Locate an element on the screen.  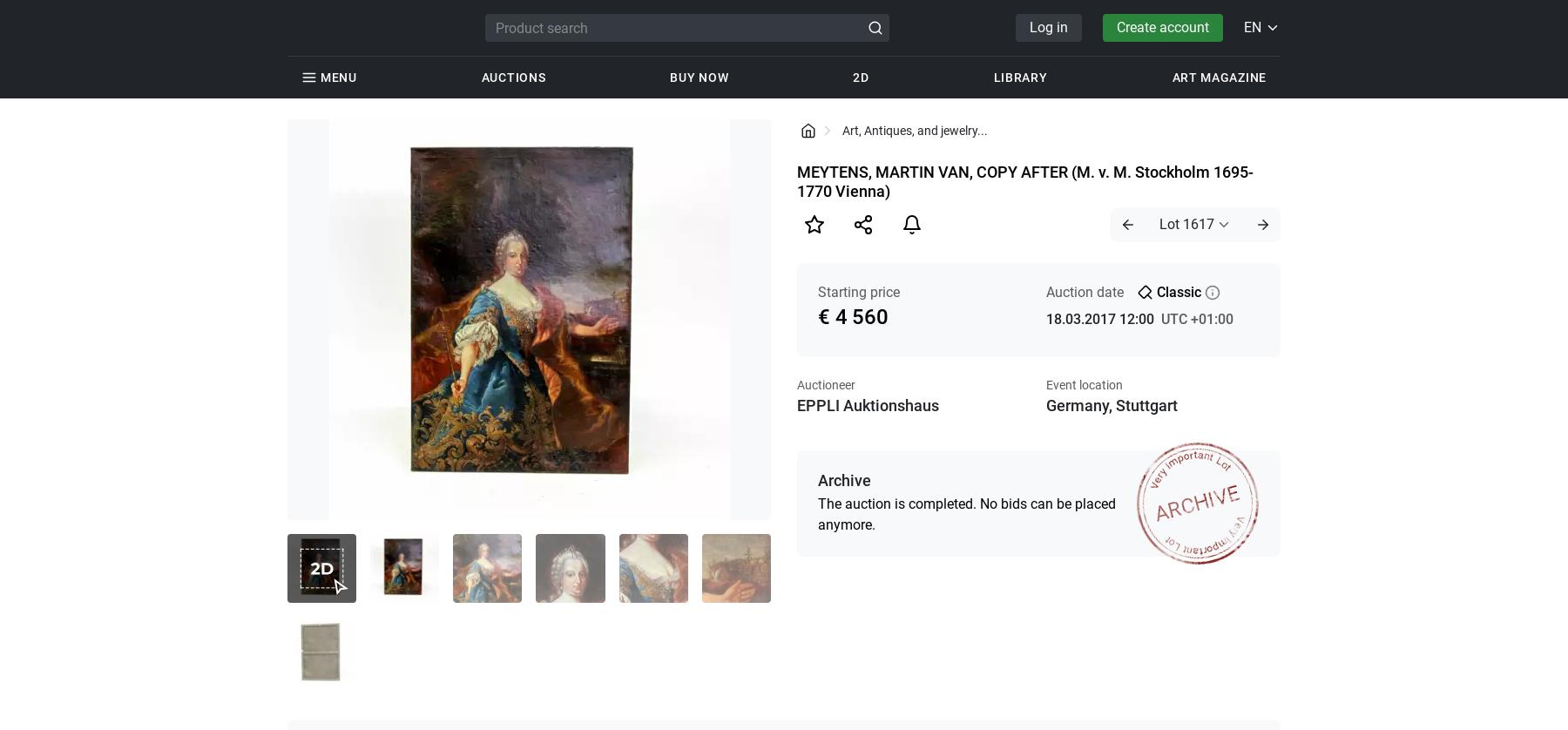
'Auction date' is located at coordinates (1084, 291).